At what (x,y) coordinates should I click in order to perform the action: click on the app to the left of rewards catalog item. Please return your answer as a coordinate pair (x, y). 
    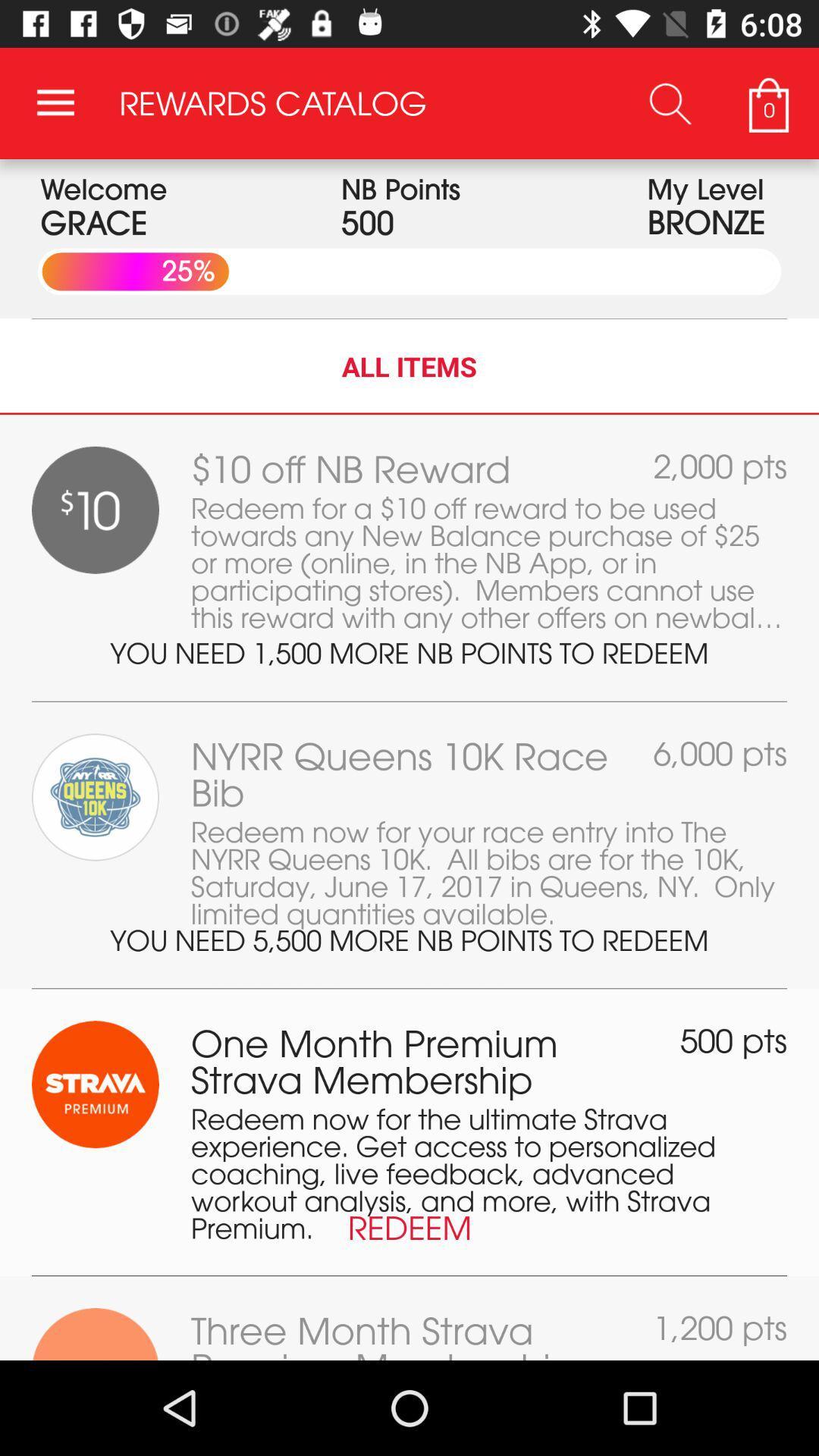
    Looking at the image, I should click on (55, 102).